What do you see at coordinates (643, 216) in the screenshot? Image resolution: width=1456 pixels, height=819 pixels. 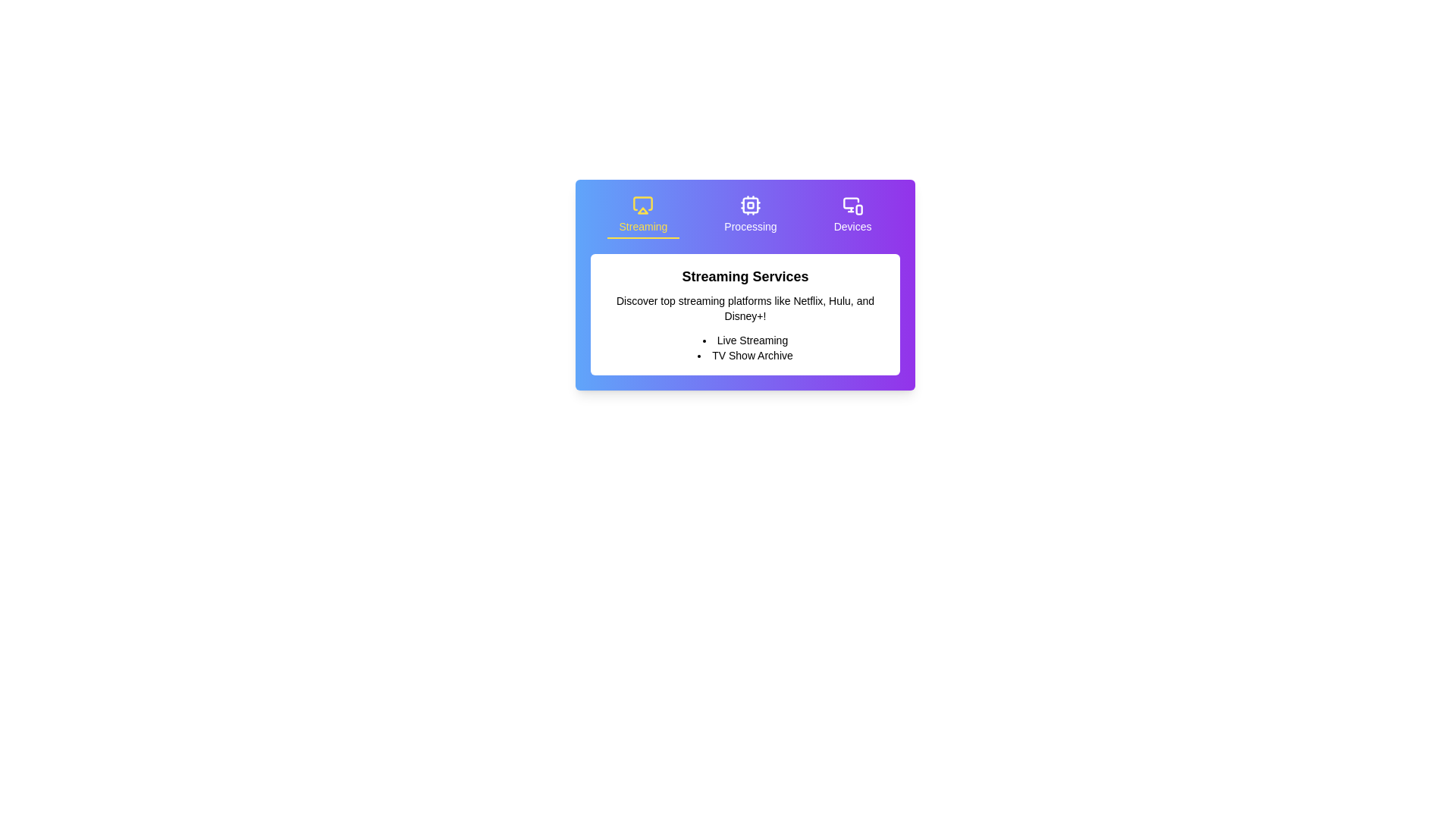 I see `the first interactive tab button that displays content related to 'Streaming'` at bounding box center [643, 216].